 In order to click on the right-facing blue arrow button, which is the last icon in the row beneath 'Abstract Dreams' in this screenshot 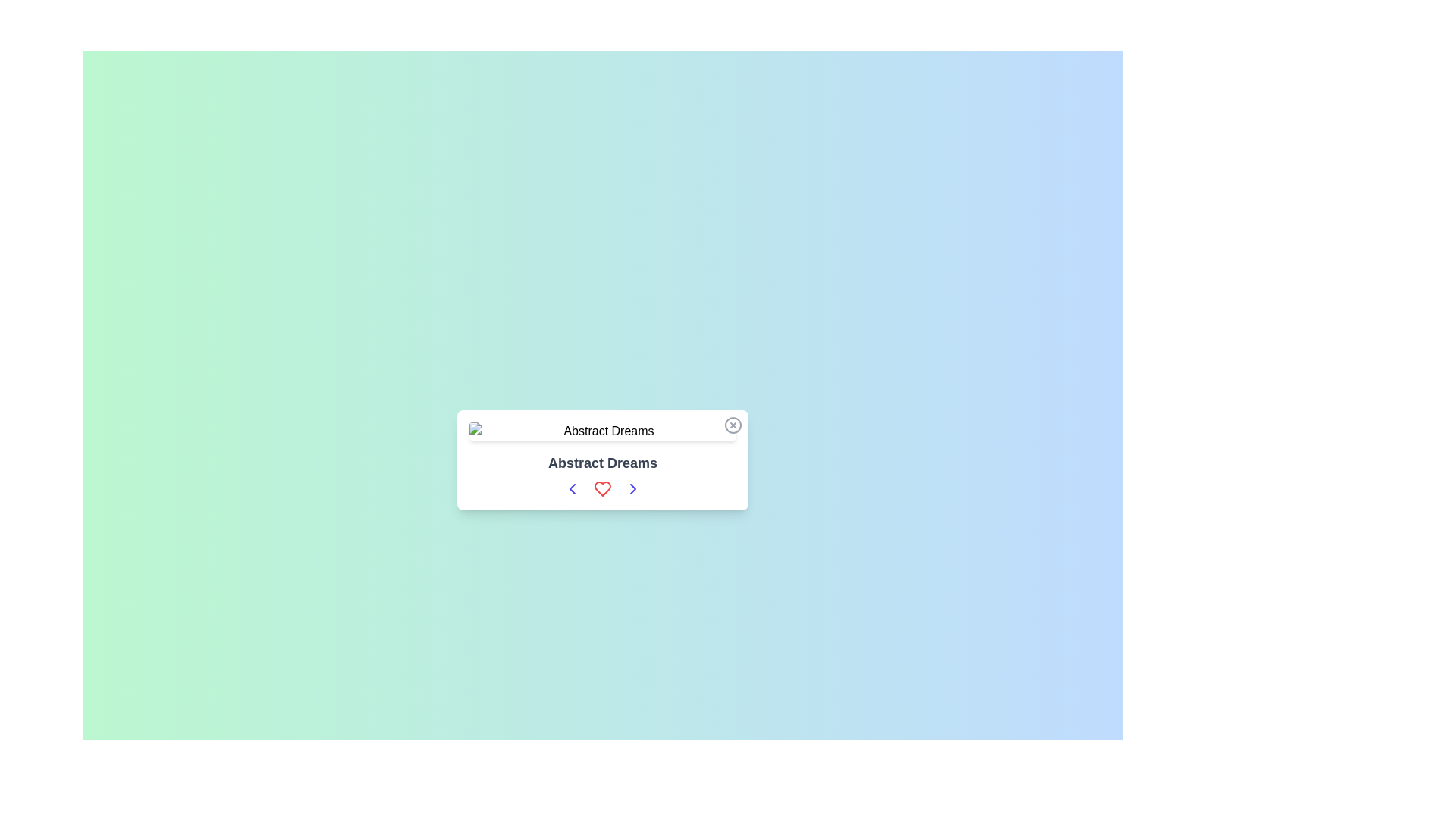, I will do `click(633, 488)`.